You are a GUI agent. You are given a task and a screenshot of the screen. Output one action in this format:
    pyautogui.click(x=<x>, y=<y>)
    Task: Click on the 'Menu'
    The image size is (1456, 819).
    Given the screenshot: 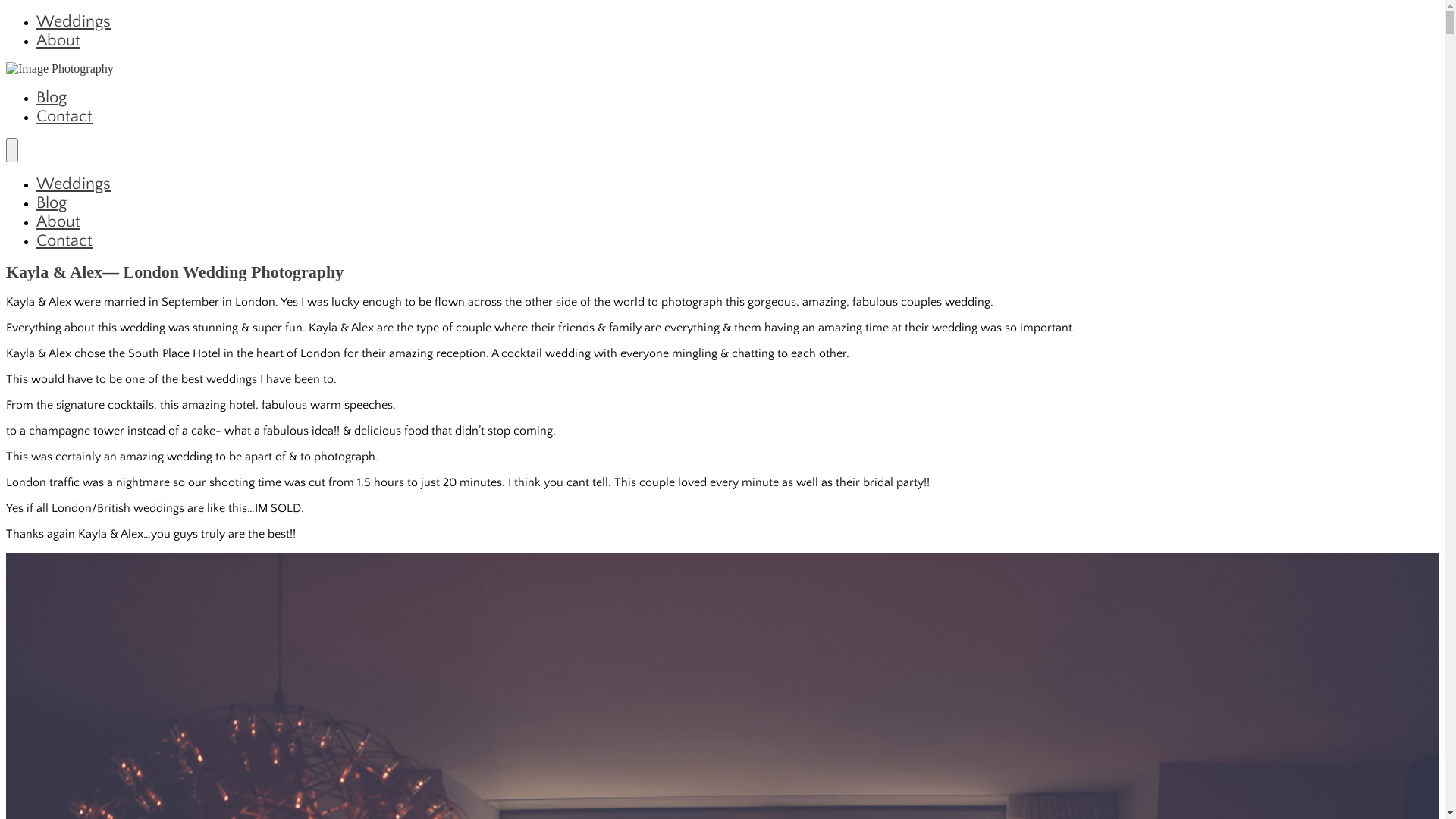 What is the action you would take?
    pyautogui.click(x=11, y=149)
    